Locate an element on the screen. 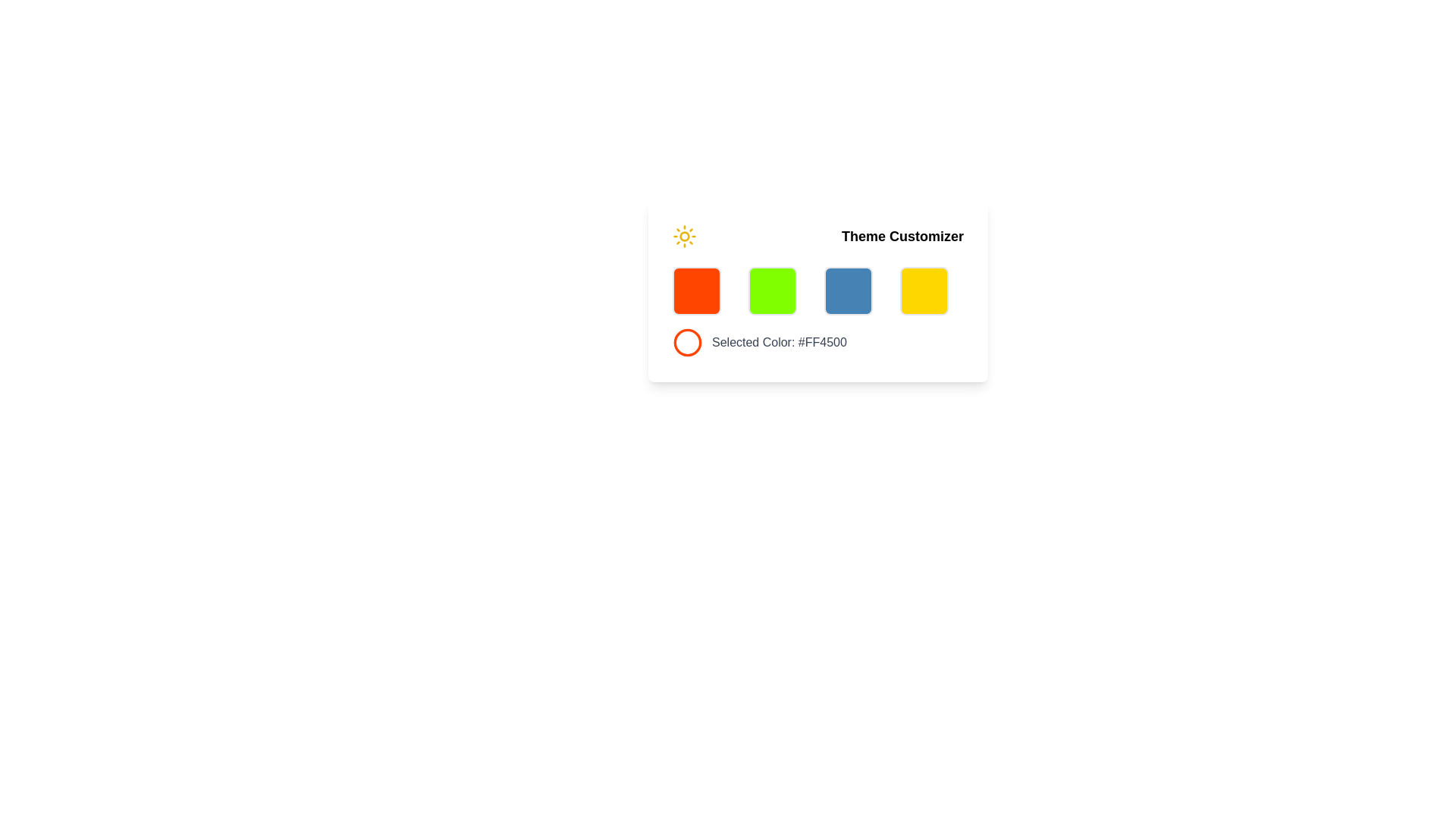 This screenshot has height=819, width=1456. the informational text element that displays 'Selected Color: #FF4500' with a red circular icon to its left, located beneath the color options in the 'Theme Customizer' section is located at coordinates (817, 342).